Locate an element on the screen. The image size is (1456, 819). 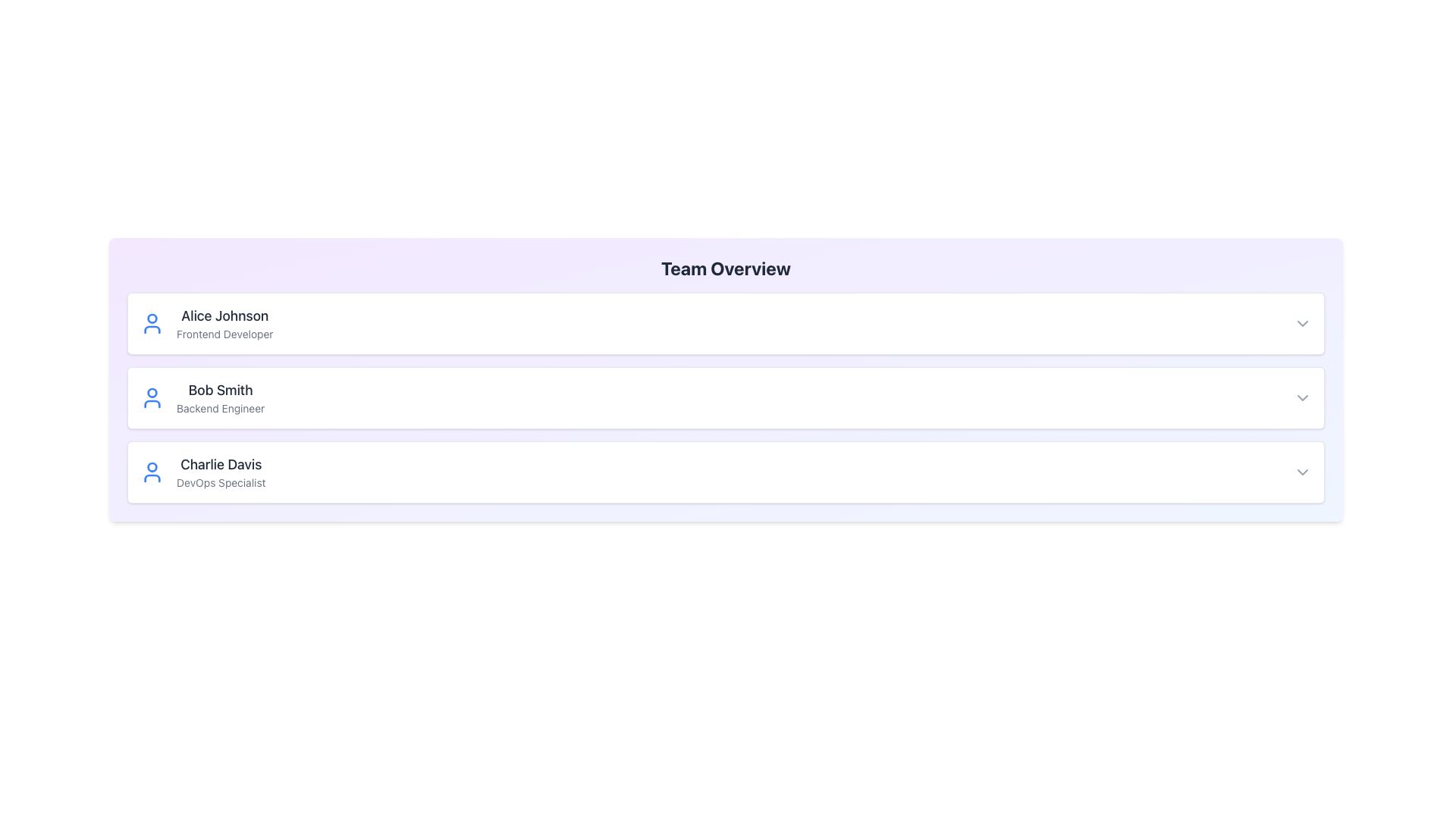
the SVG Circle representing the head of the user icon for 'Charlie Davis' in the 'Team Overview' card list, which is positioned at the top-center of the icon is located at coordinates (152, 466).